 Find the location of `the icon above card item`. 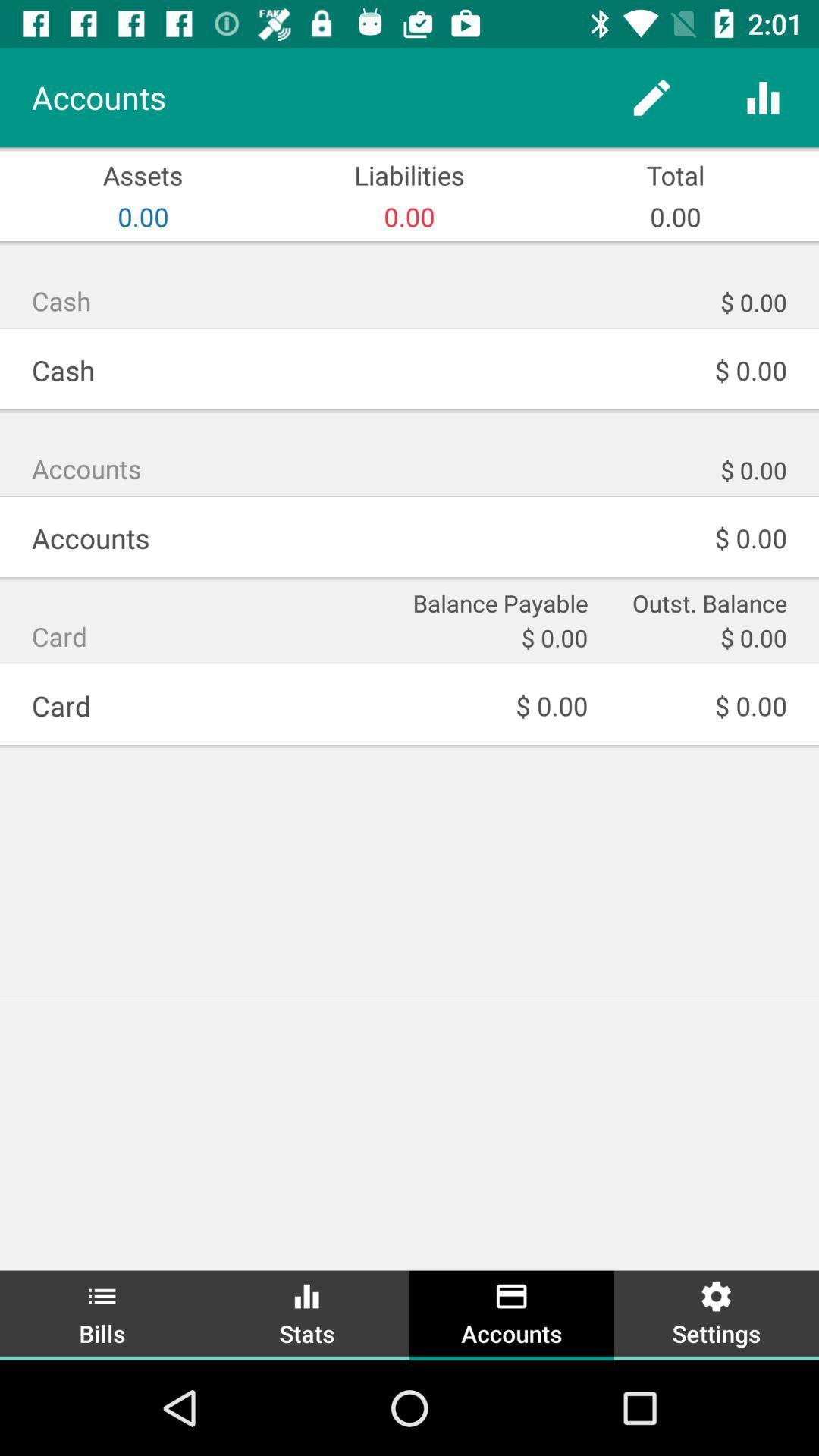

the icon above card item is located at coordinates (498, 601).